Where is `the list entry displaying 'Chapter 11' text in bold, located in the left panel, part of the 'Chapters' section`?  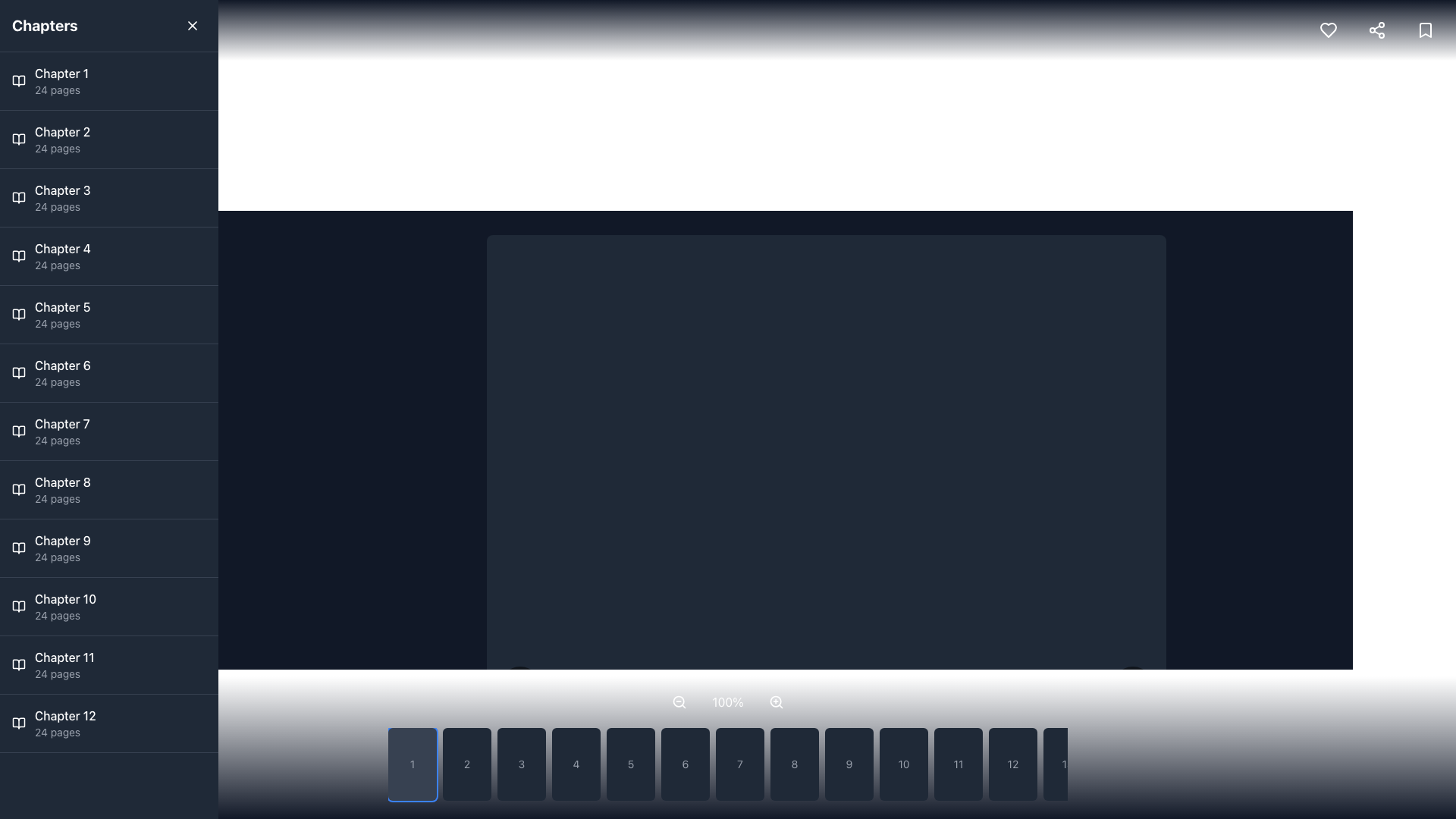
the list entry displaying 'Chapter 11' text in bold, located in the left panel, part of the 'Chapters' section is located at coordinates (64, 664).